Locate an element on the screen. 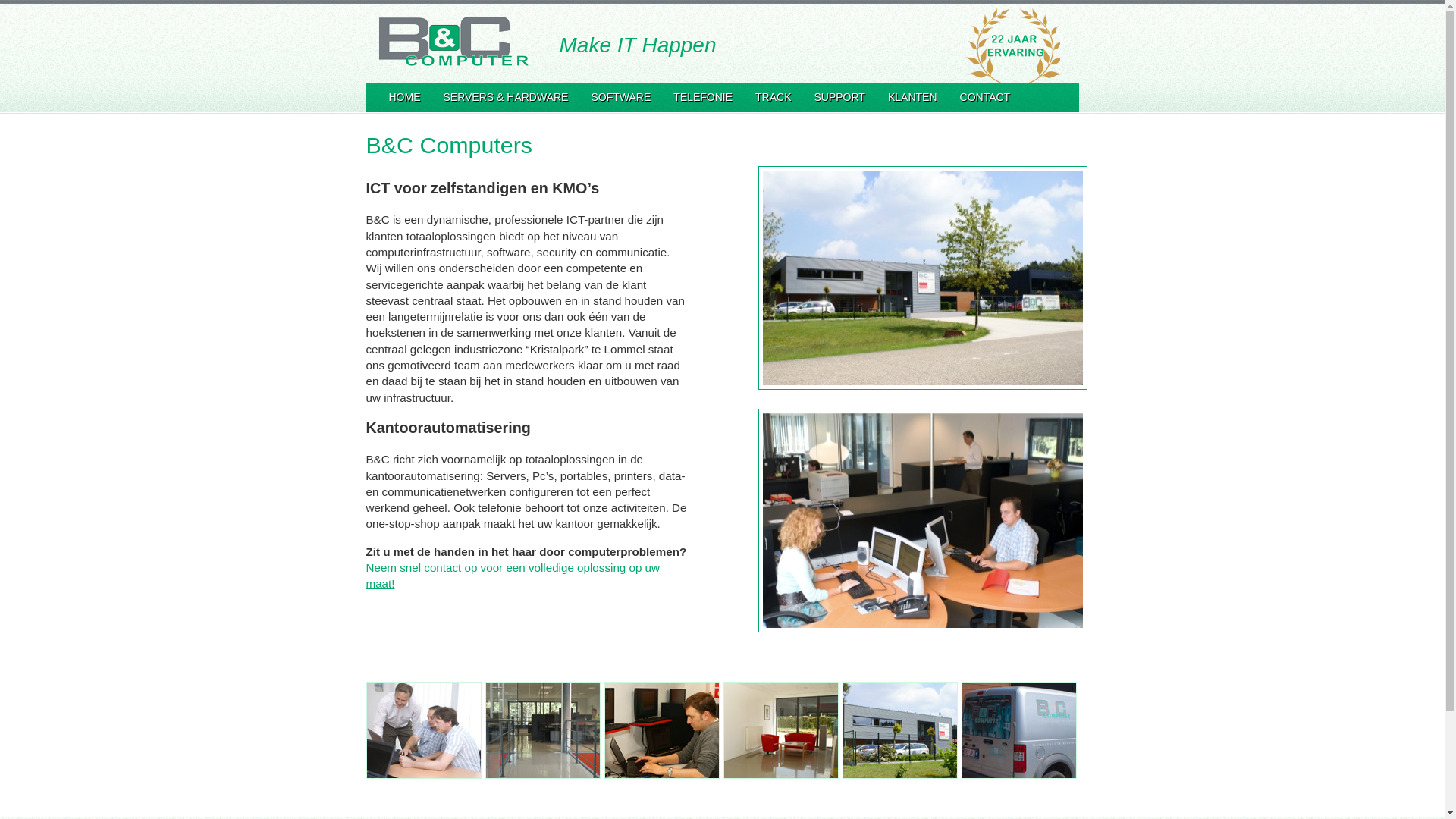  'HOME' is located at coordinates (404, 97).